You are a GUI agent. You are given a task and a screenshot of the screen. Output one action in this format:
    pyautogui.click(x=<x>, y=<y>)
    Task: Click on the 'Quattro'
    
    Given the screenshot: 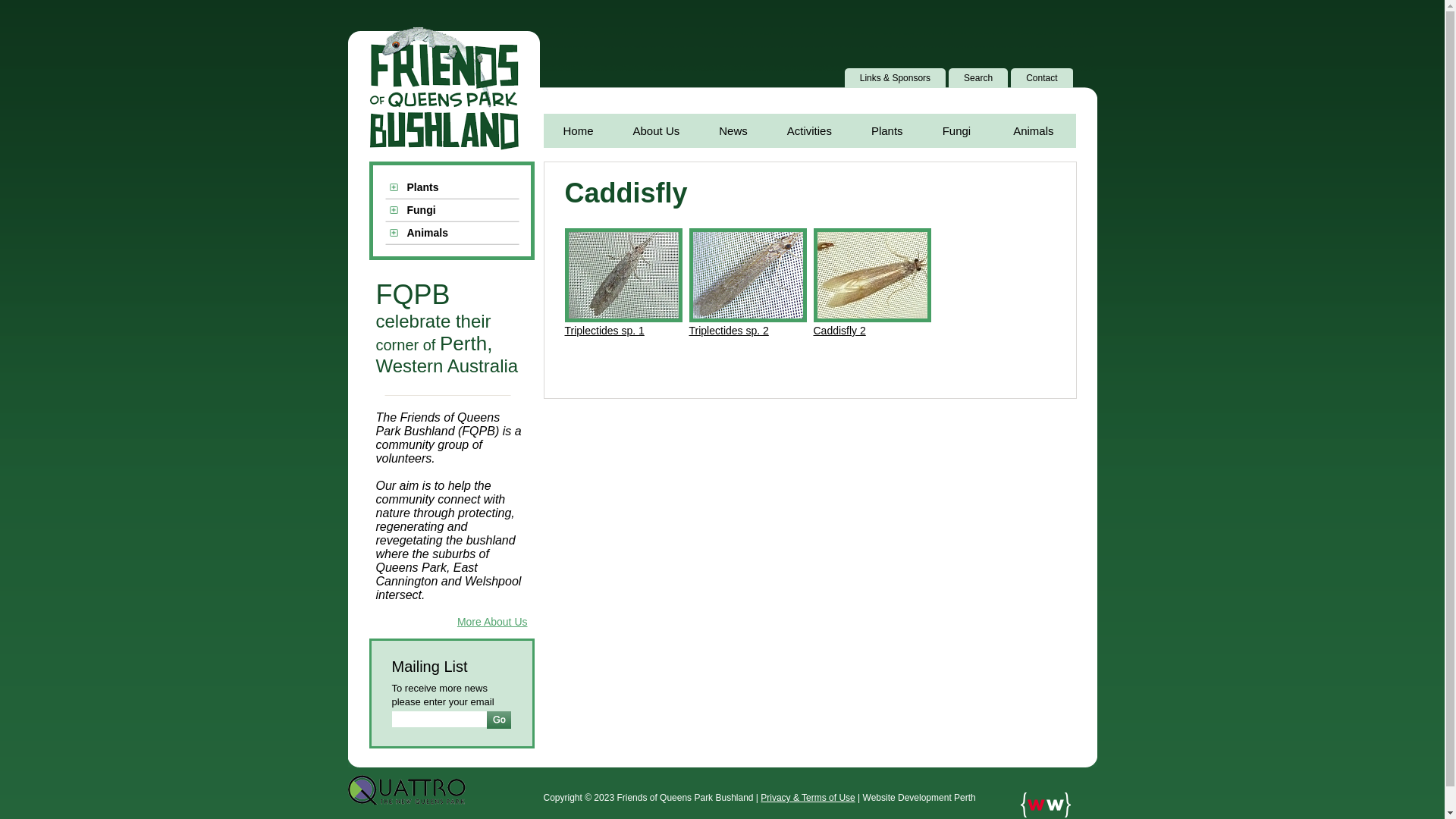 What is the action you would take?
    pyautogui.click(x=406, y=789)
    